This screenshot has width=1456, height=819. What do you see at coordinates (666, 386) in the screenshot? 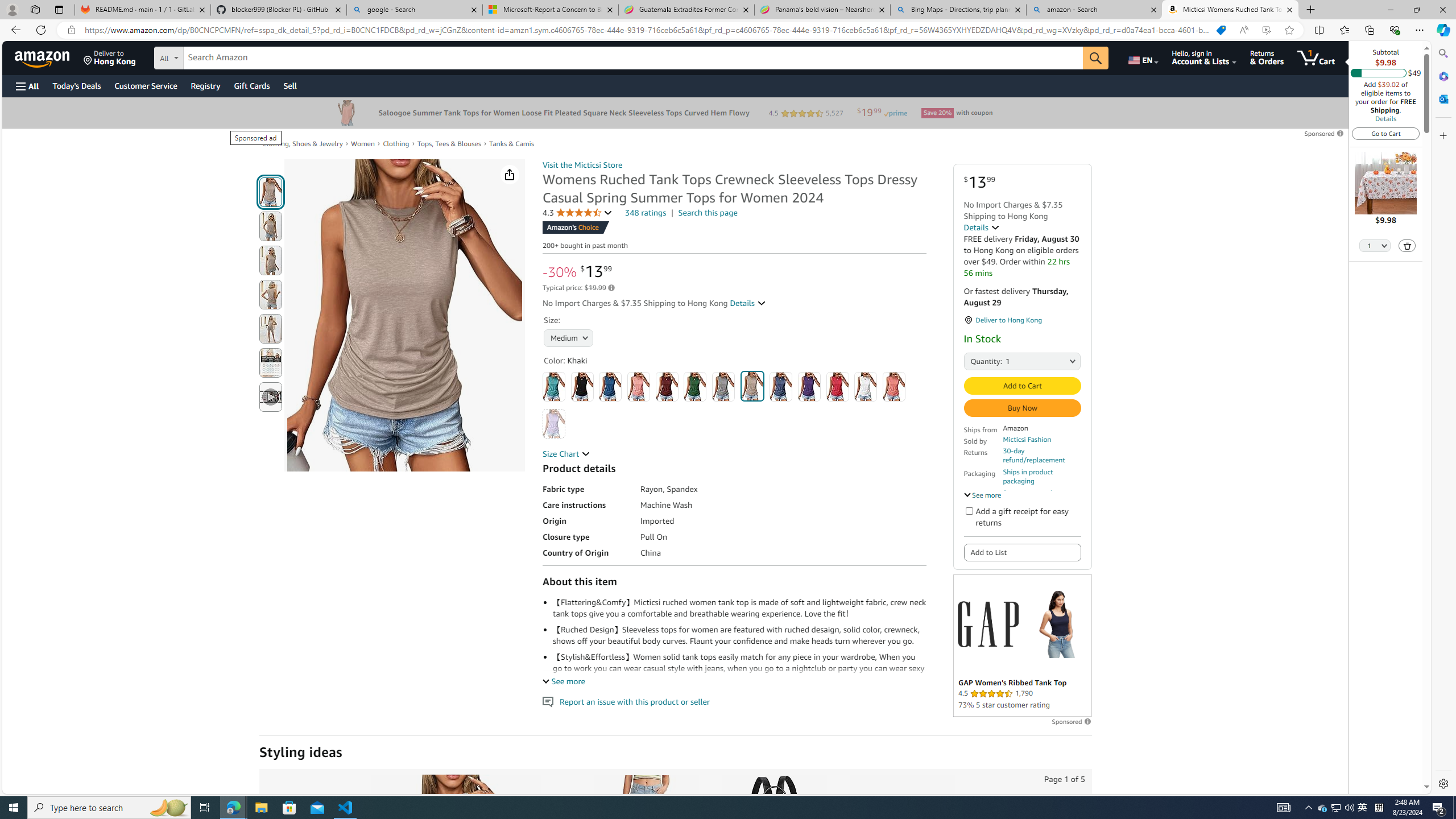
I see `'Dark Red'` at bounding box center [666, 386].